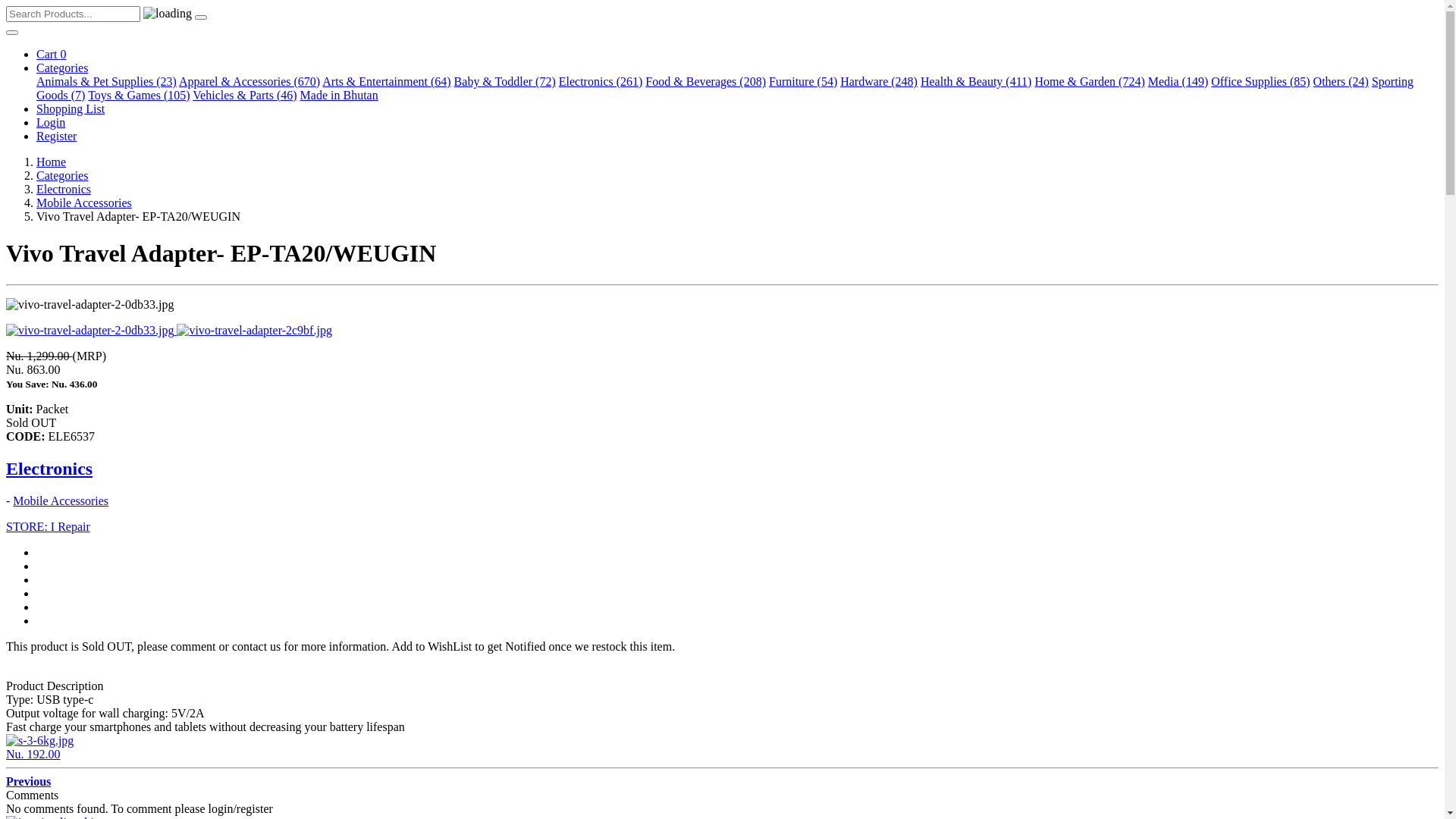 Image resolution: width=1456 pixels, height=819 pixels. Describe the element at coordinates (704, 81) in the screenshot. I see `'Food & Beverages (208)'` at that location.